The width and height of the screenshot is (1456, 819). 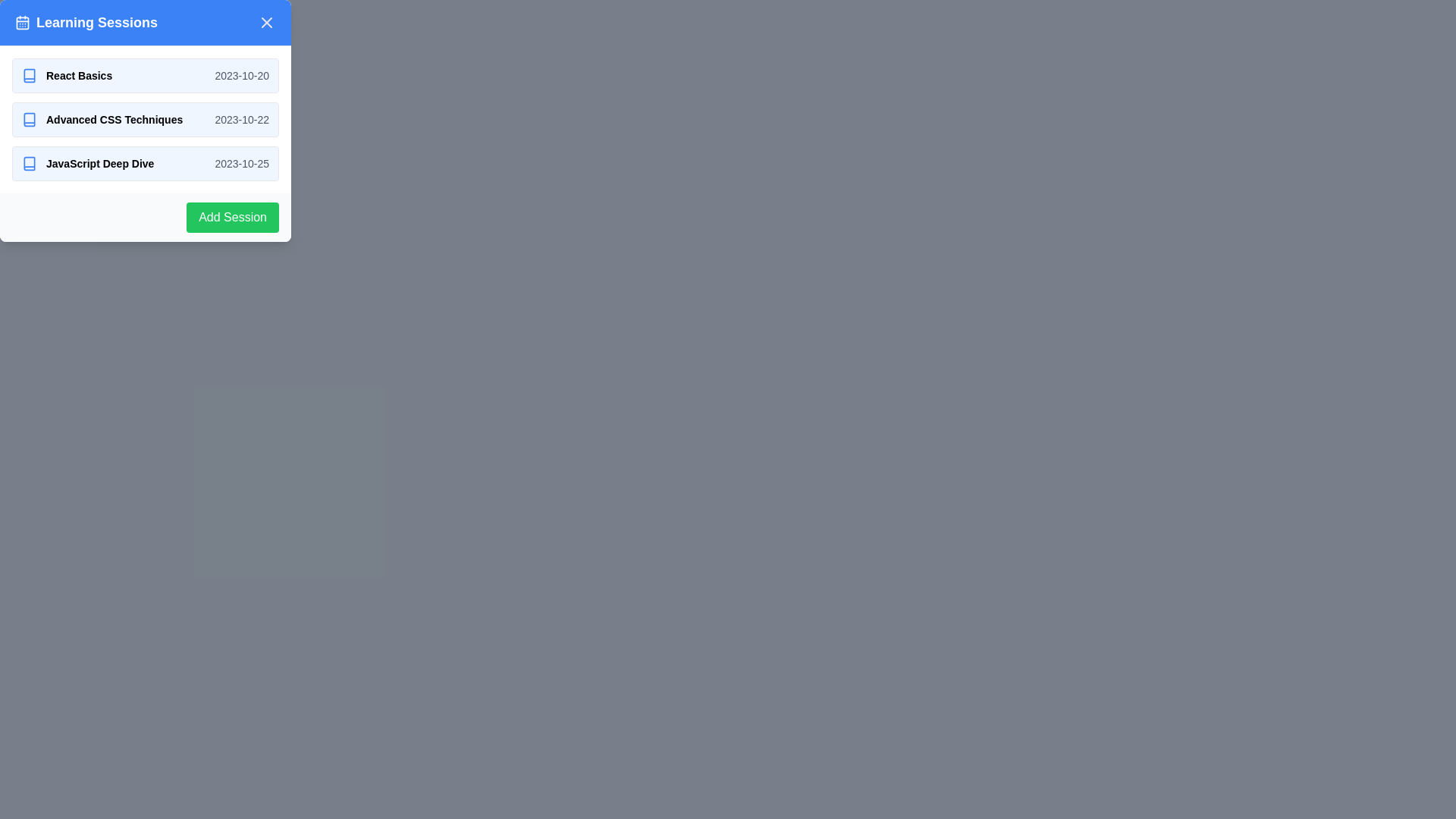 What do you see at coordinates (86, 23) in the screenshot?
I see `the calendar icon in the 'Learning Sessions' header section located at the upper-left corner of the blue header bar` at bounding box center [86, 23].